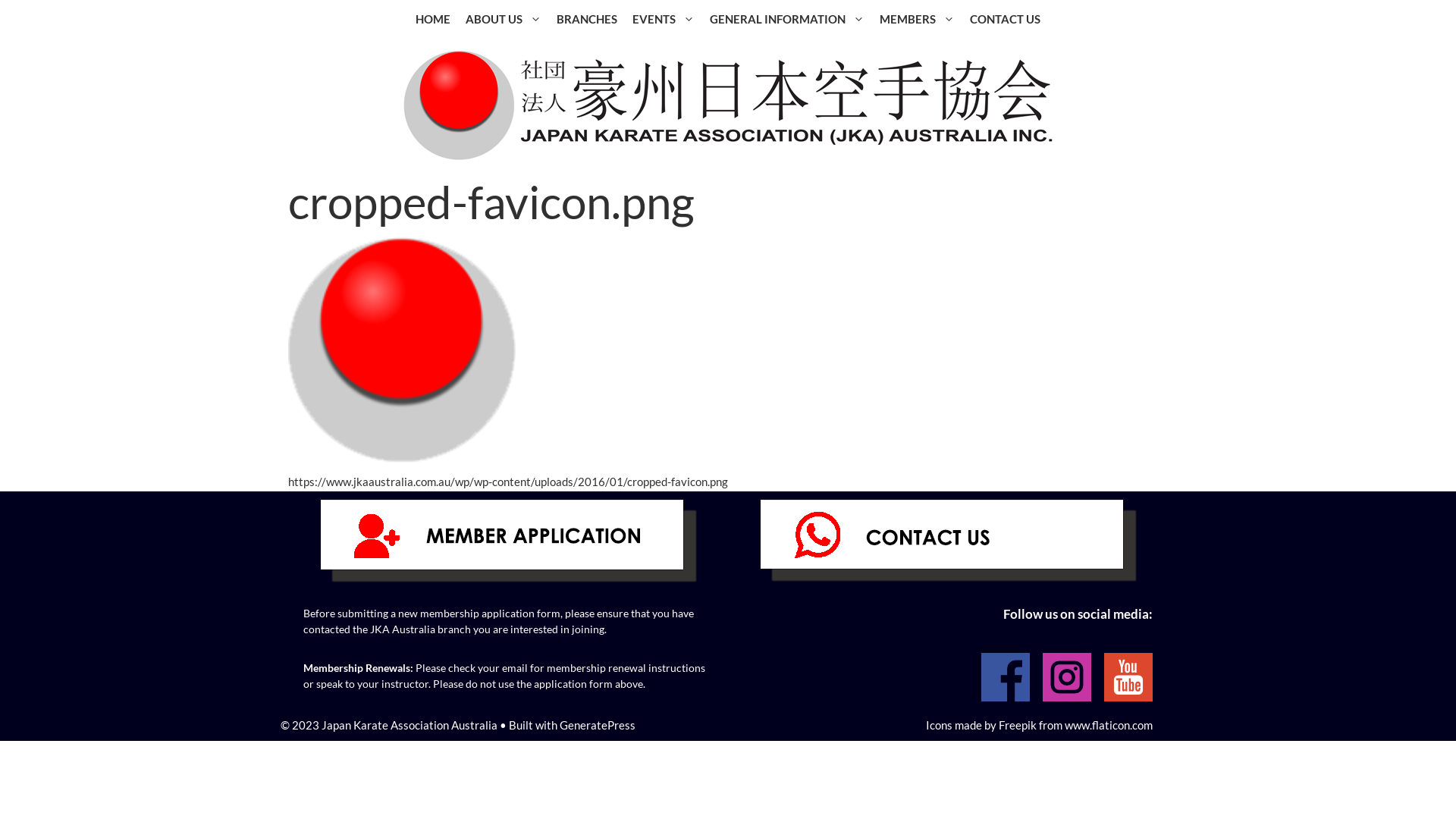  What do you see at coordinates (625, 18) in the screenshot?
I see `'EVENTS'` at bounding box center [625, 18].